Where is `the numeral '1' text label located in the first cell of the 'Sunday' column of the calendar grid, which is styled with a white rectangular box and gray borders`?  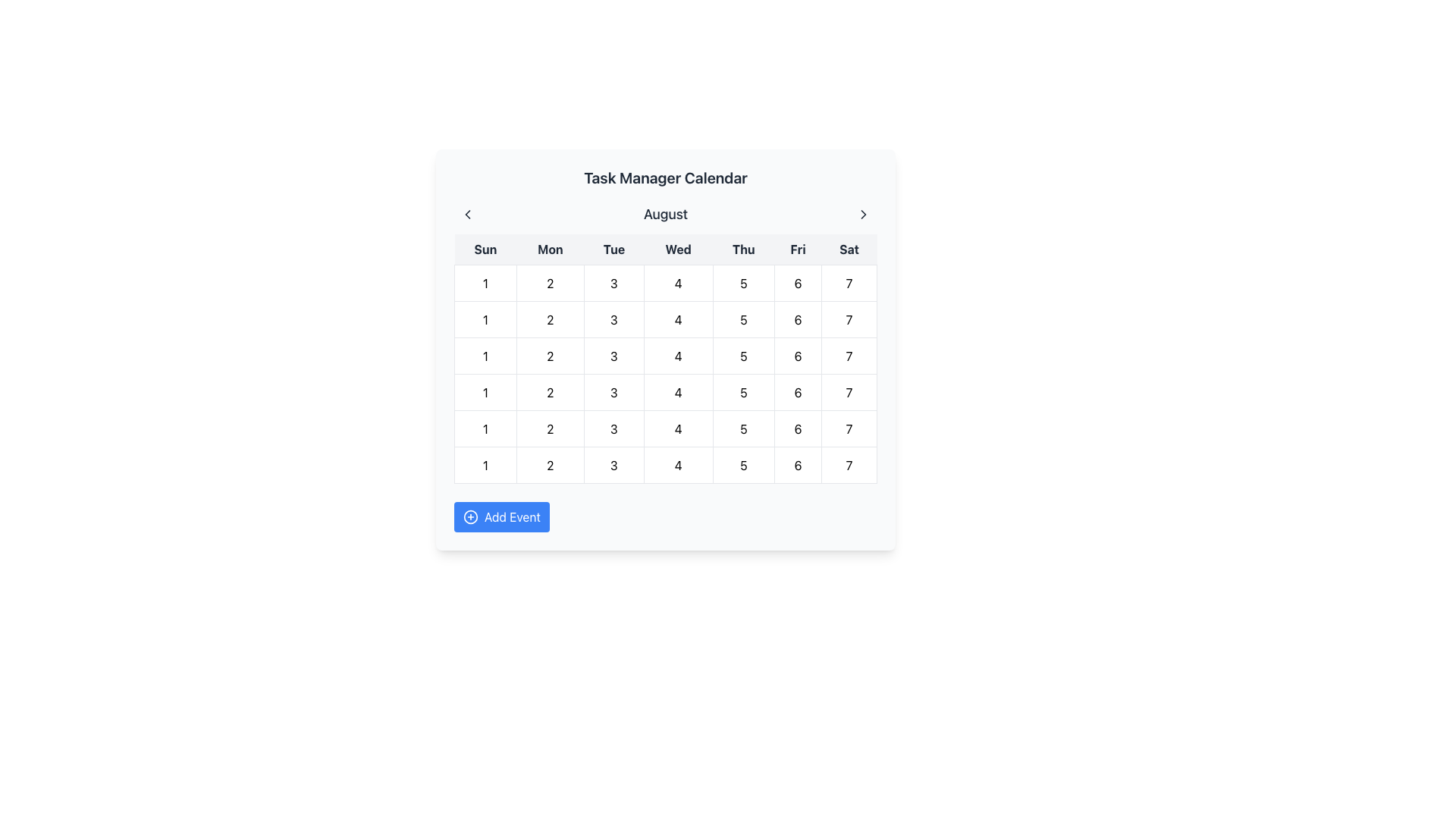 the numeral '1' text label located in the first cell of the 'Sunday' column of the calendar grid, which is styled with a white rectangular box and gray borders is located at coordinates (485, 318).